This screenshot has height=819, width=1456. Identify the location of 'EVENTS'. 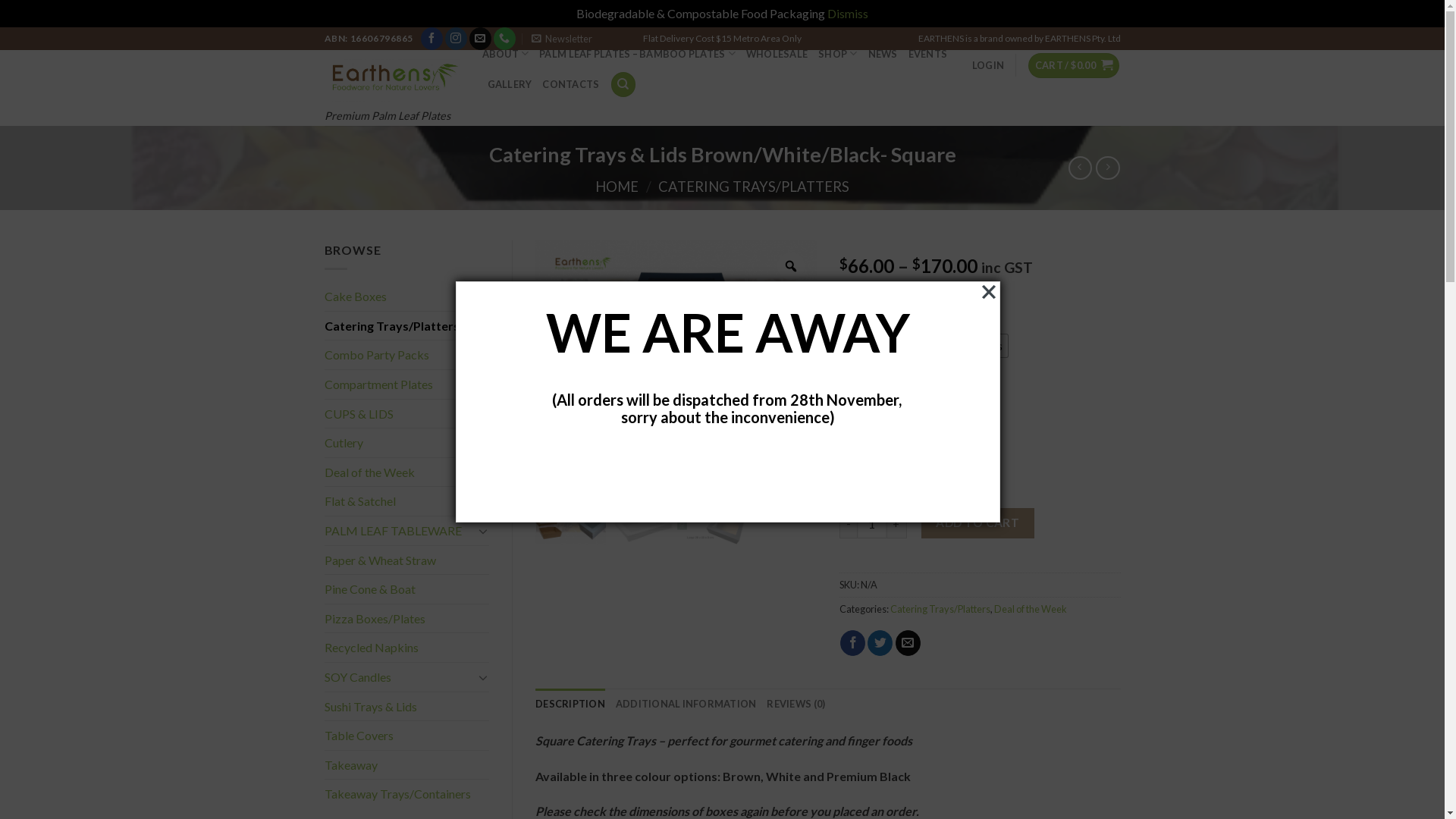
(927, 52).